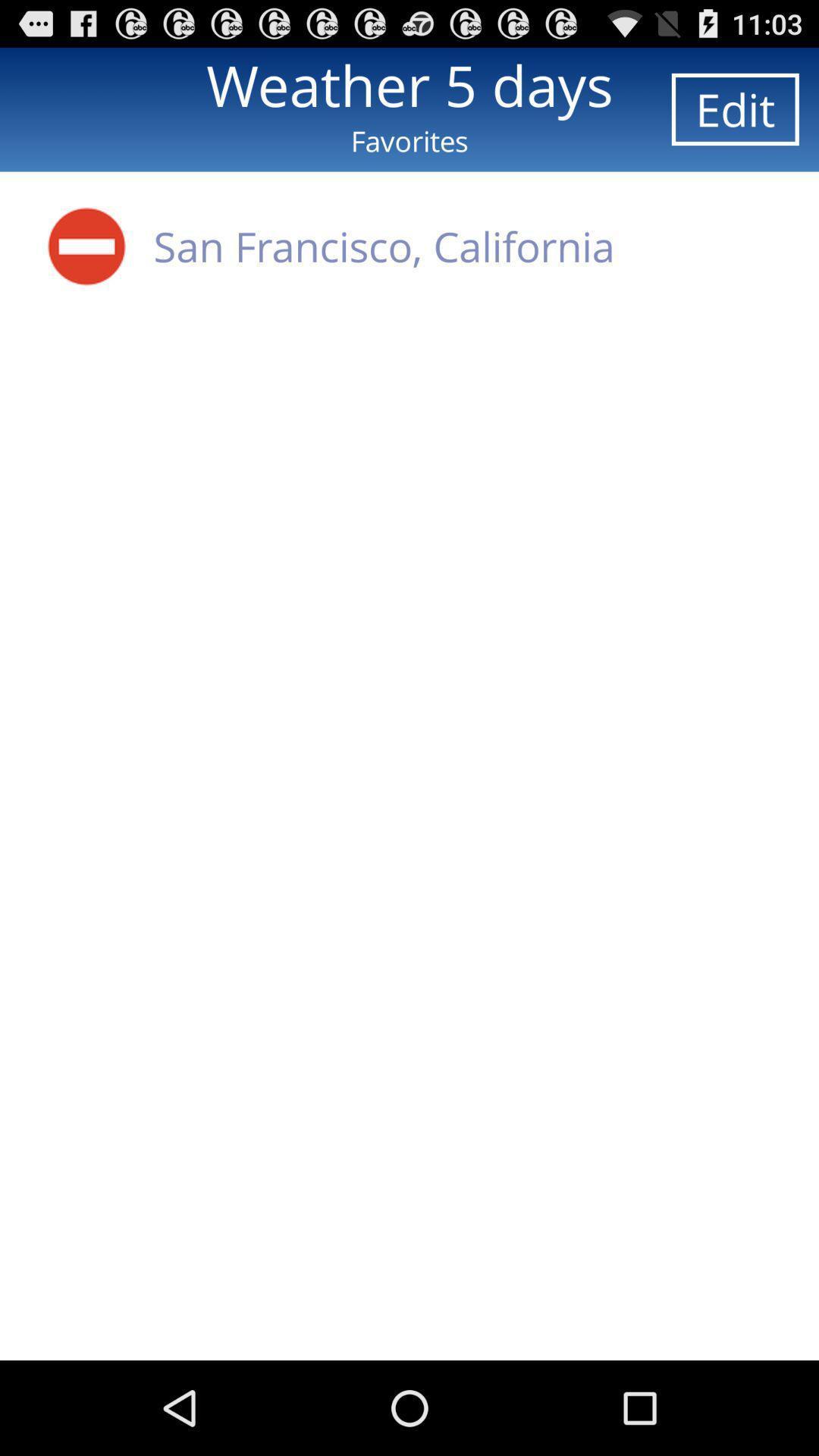 This screenshot has height=1456, width=819. I want to click on item next to aa item, so click(383, 246).